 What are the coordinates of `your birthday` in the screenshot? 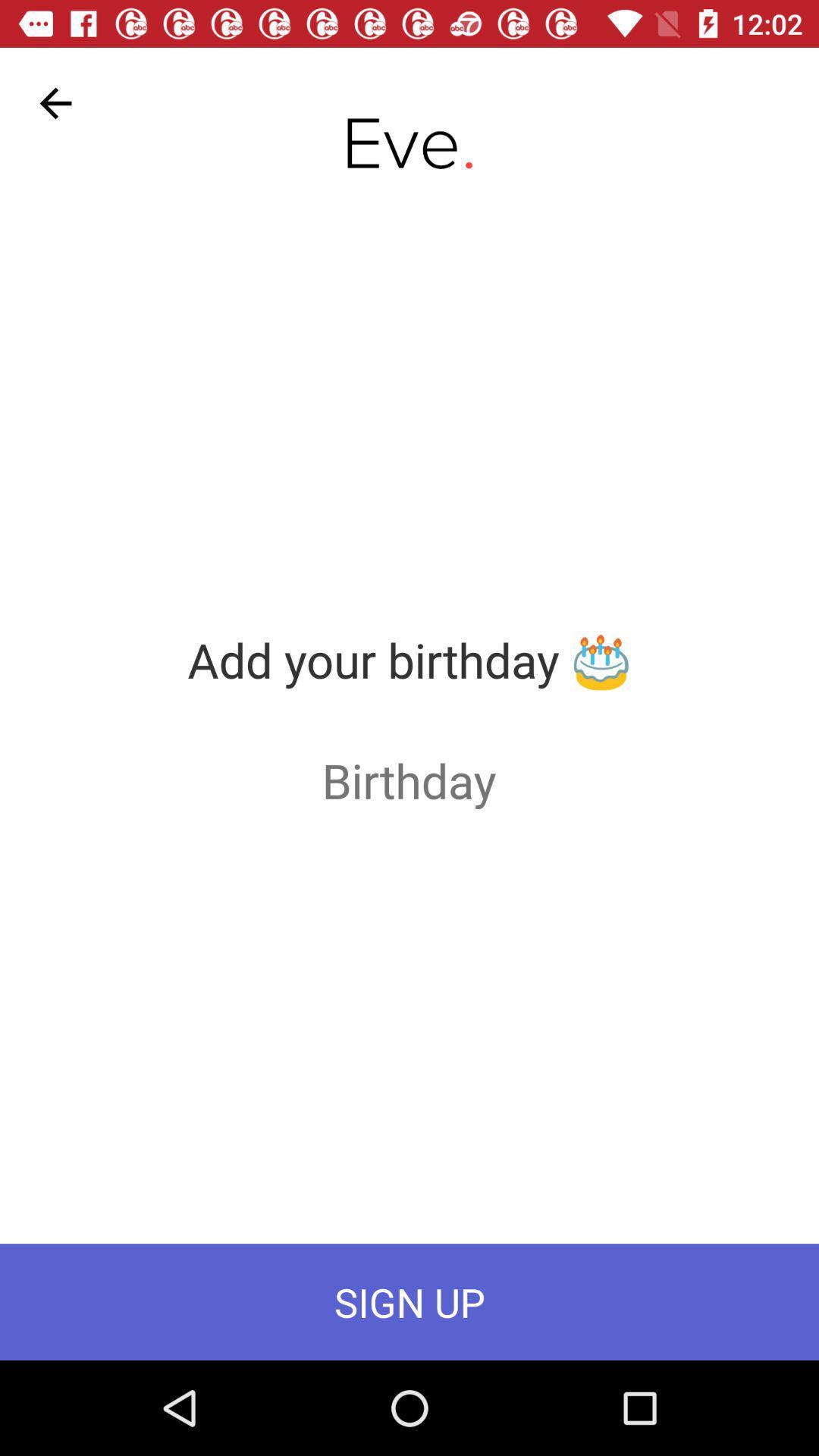 It's located at (408, 780).